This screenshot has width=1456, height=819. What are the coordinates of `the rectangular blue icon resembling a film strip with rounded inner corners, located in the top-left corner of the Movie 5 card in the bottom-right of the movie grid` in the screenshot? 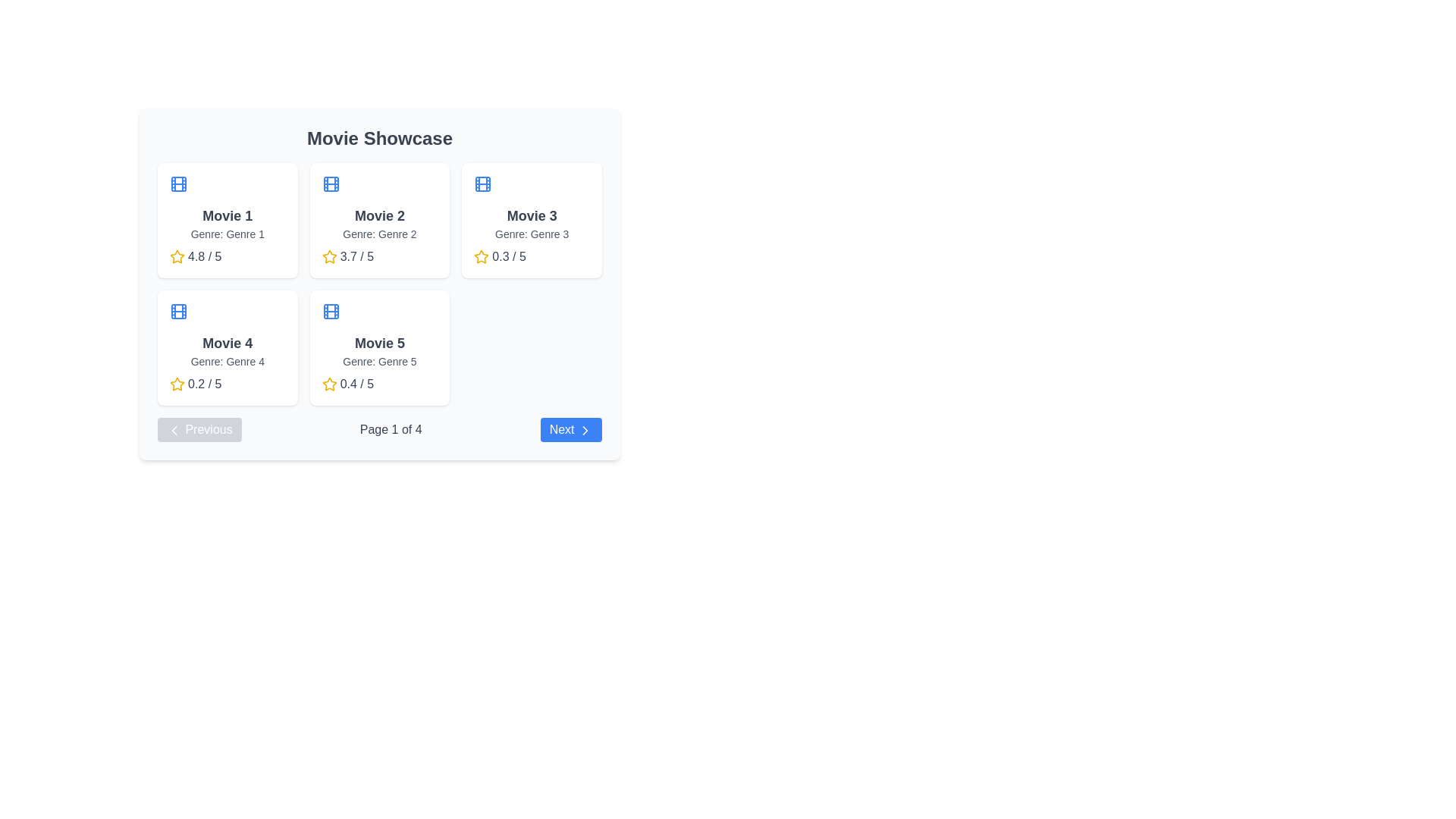 It's located at (330, 311).